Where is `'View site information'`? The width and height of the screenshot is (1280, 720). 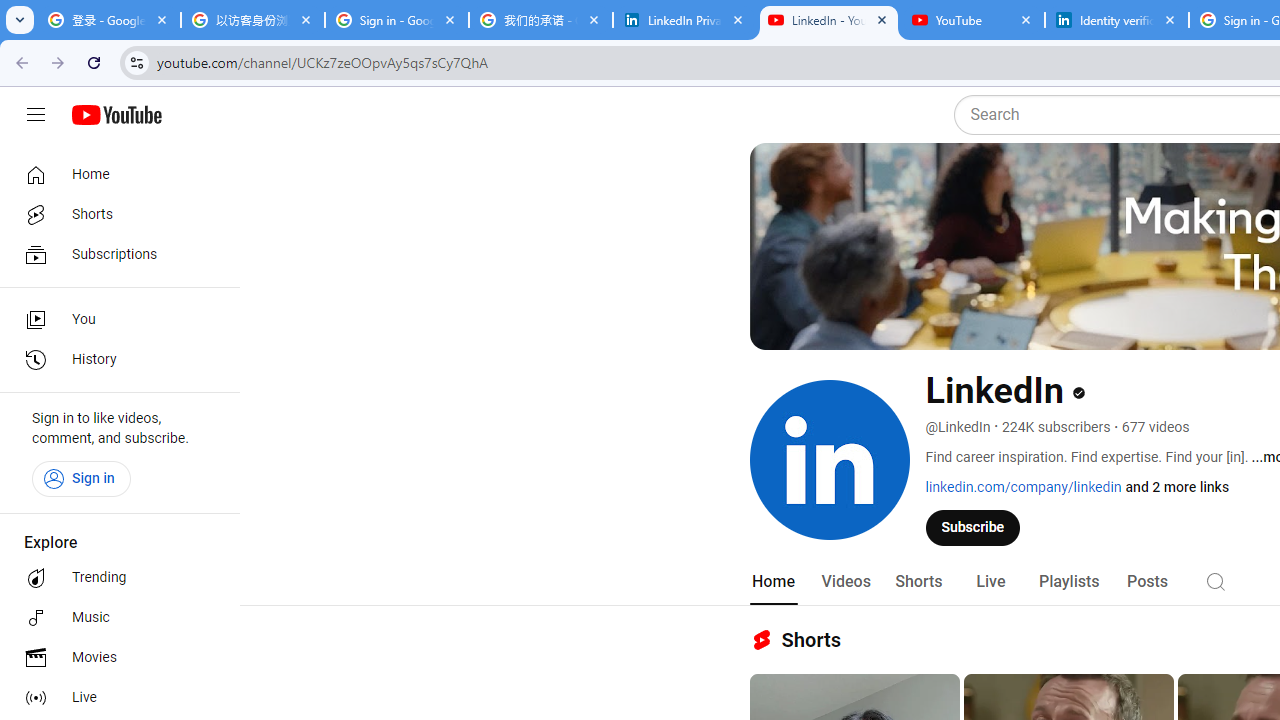 'View site information' is located at coordinates (135, 61).